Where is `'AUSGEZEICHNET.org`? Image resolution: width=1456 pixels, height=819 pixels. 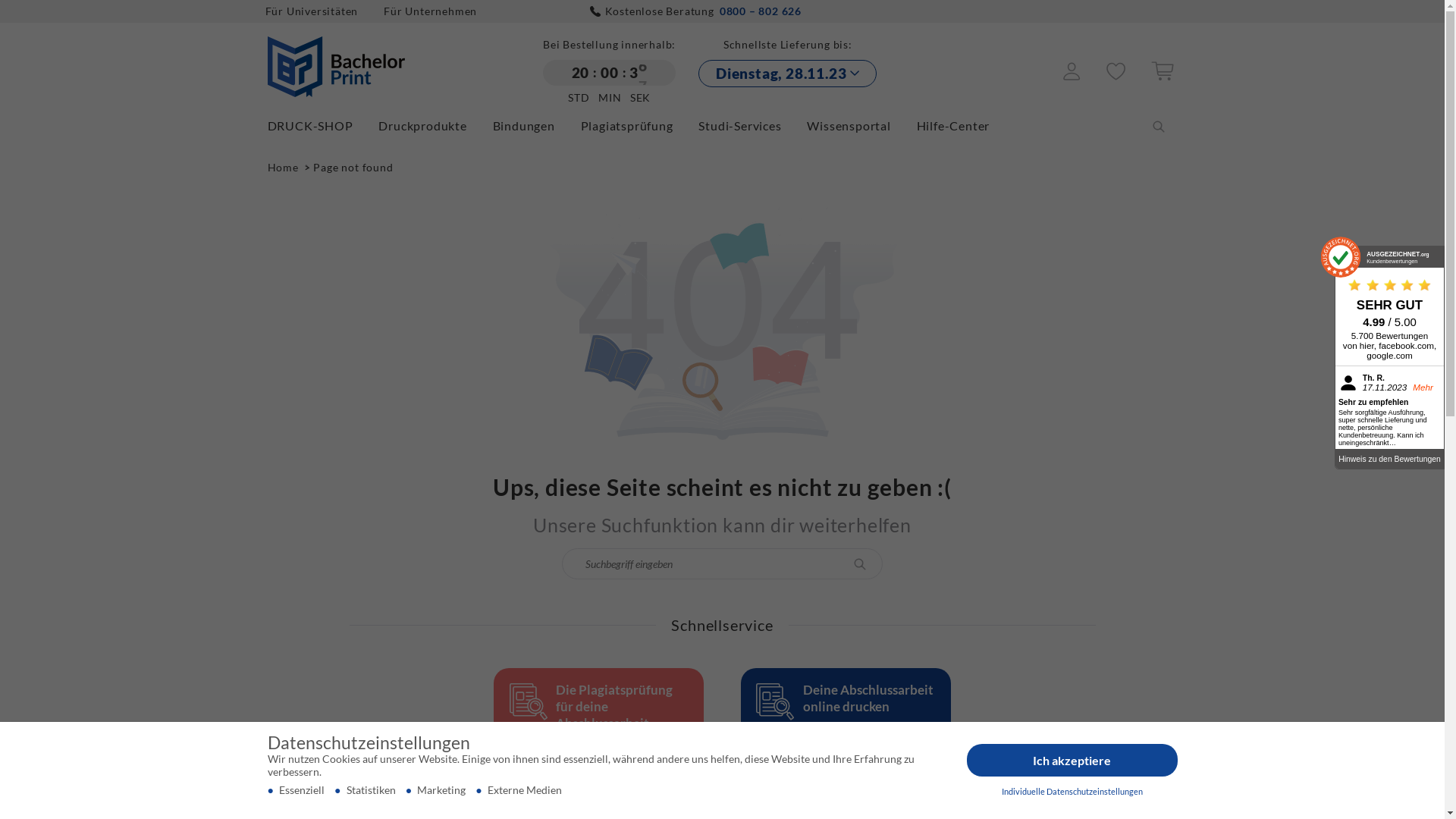 'AUSGEZEICHNET.org is located at coordinates (1389, 256).